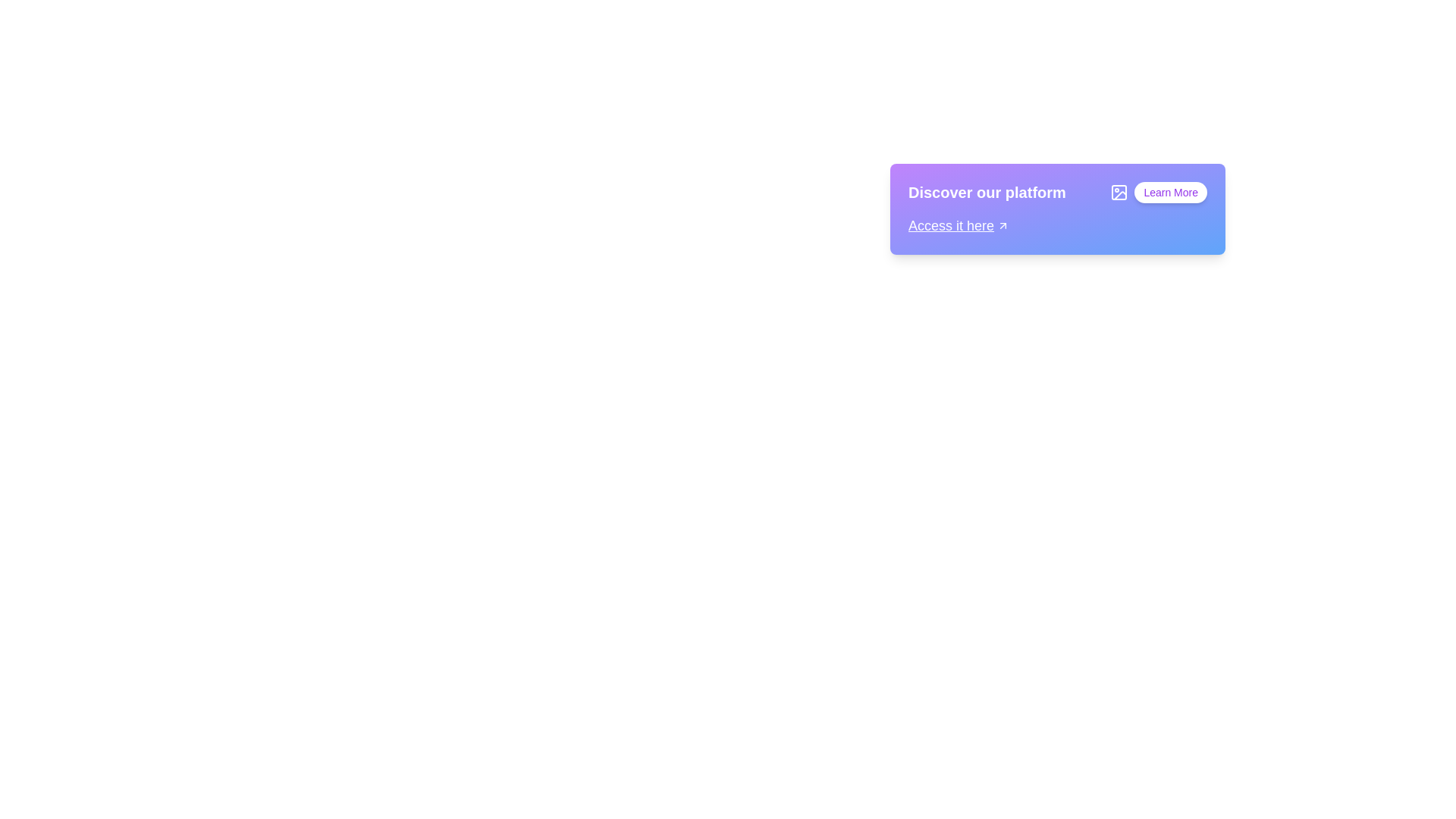 The height and width of the screenshot is (819, 1456). Describe the element at coordinates (1119, 192) in the screenshot. I see `the small rounded rectangle within the SVG image frame, located near the top-right corner of the layout, just before the 'Learn More' button` at that location.